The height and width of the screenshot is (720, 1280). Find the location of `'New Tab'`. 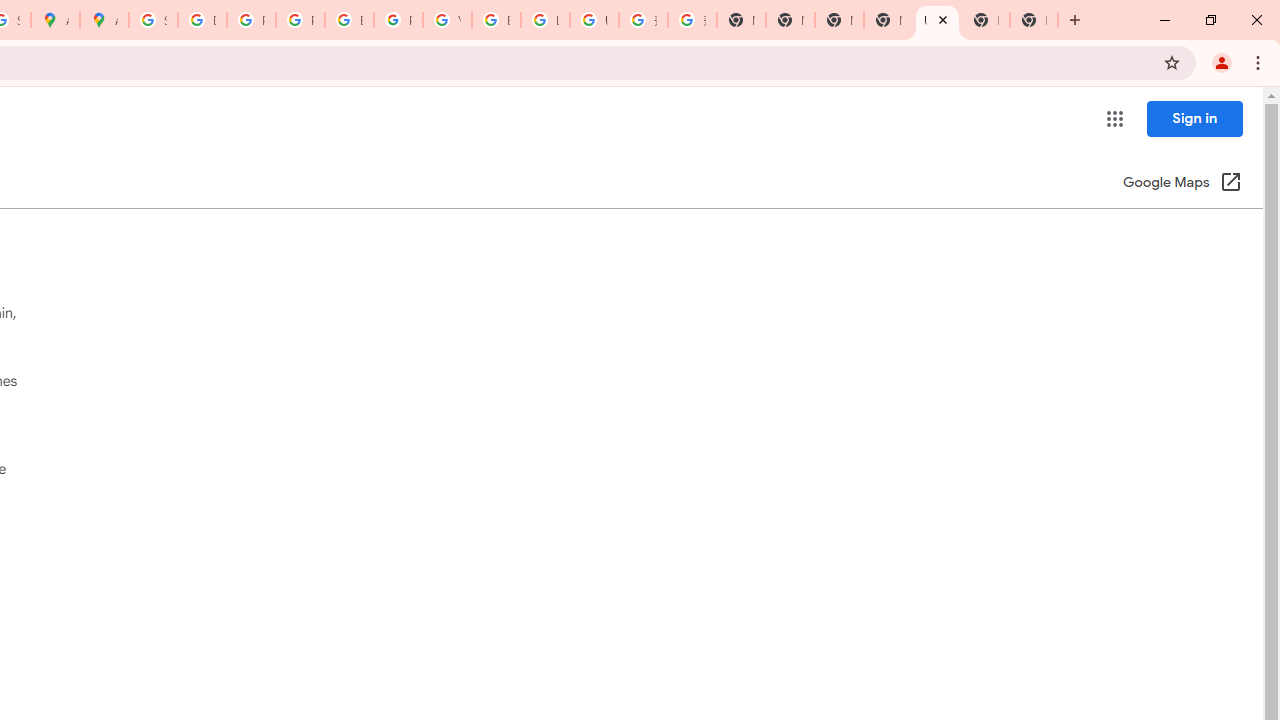

'New Tab' is located at coordinates (986, 20).